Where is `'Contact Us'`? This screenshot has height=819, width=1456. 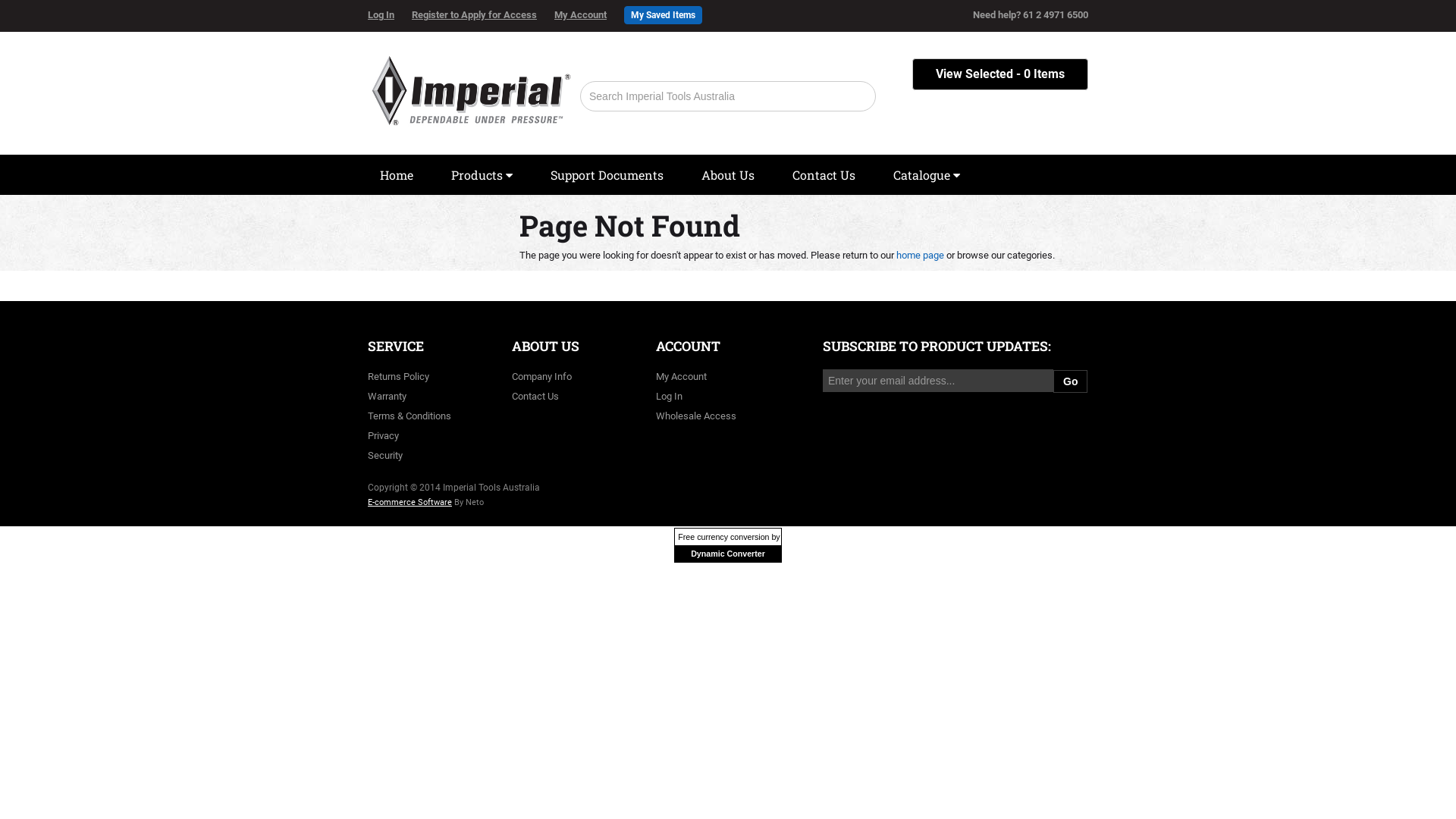
'Contact Us' is located at coordinates (535, 395).